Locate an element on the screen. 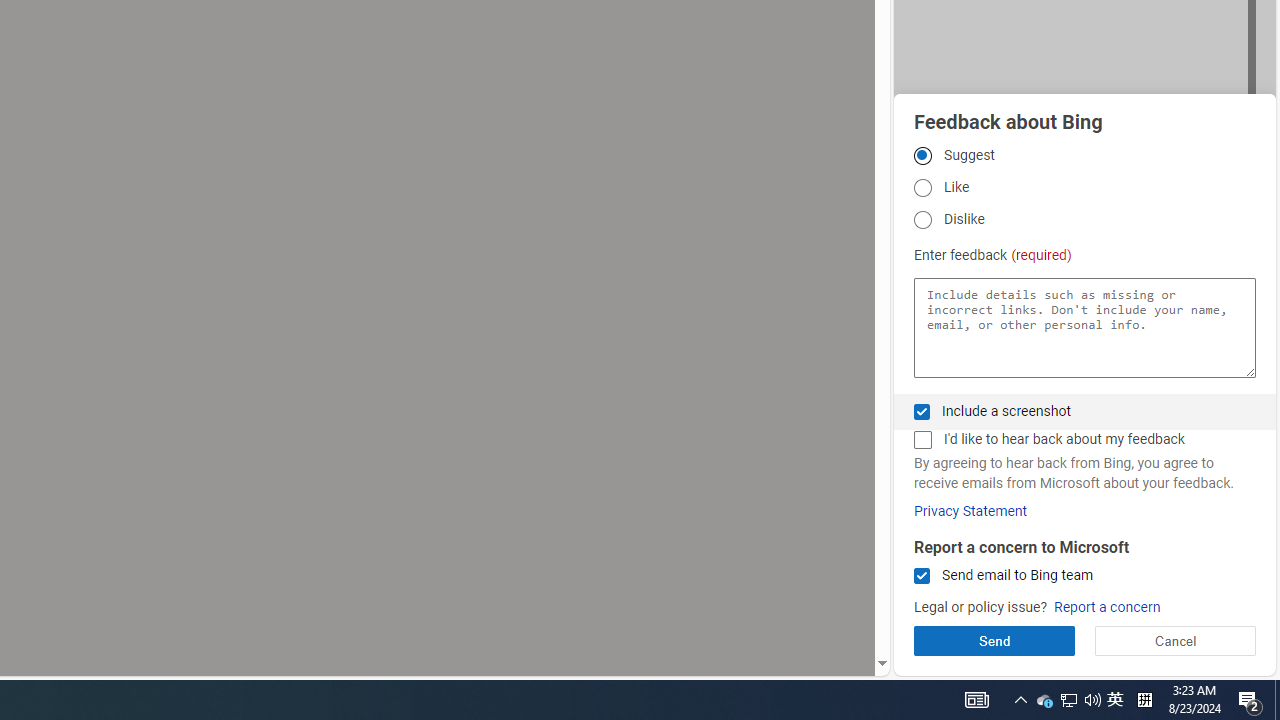 This screenshot has height=720, width=1280. 'Include a screenshot' is located at coordinates (921, 410).